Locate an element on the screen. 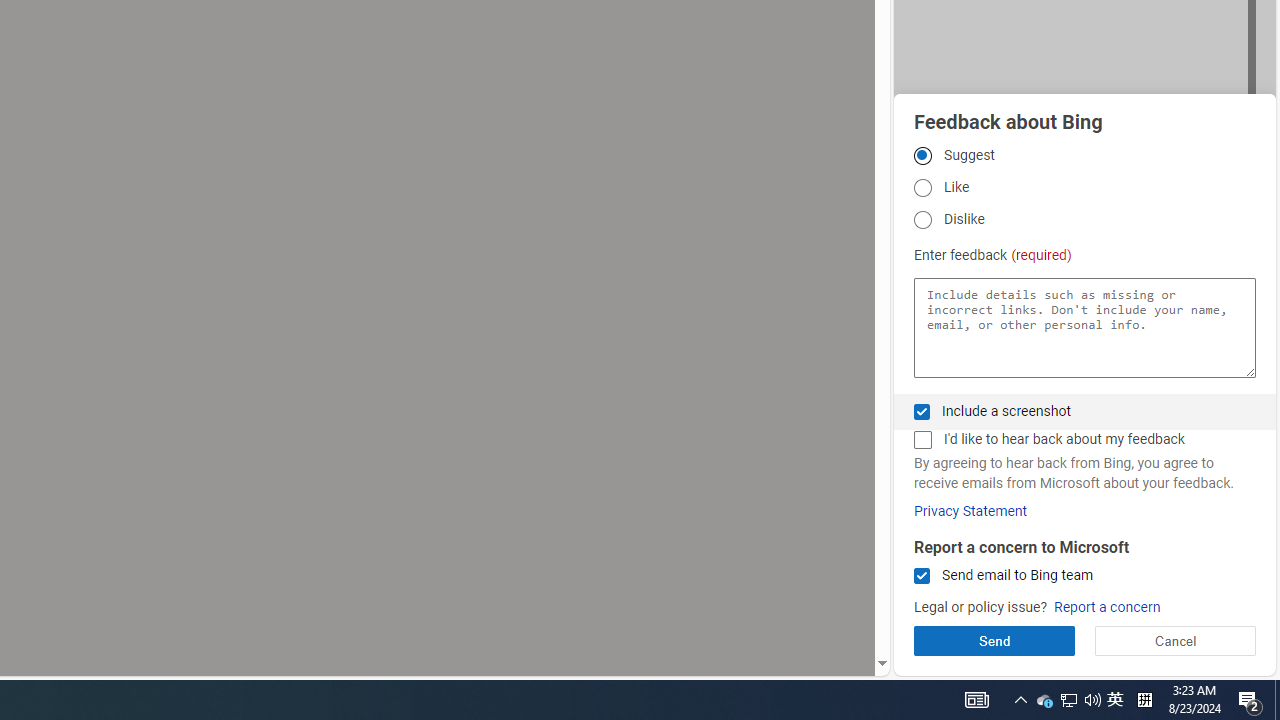 This screenshot has height=720, width=1280. 'Include a screenshot' is located at coordinates (921, 410).